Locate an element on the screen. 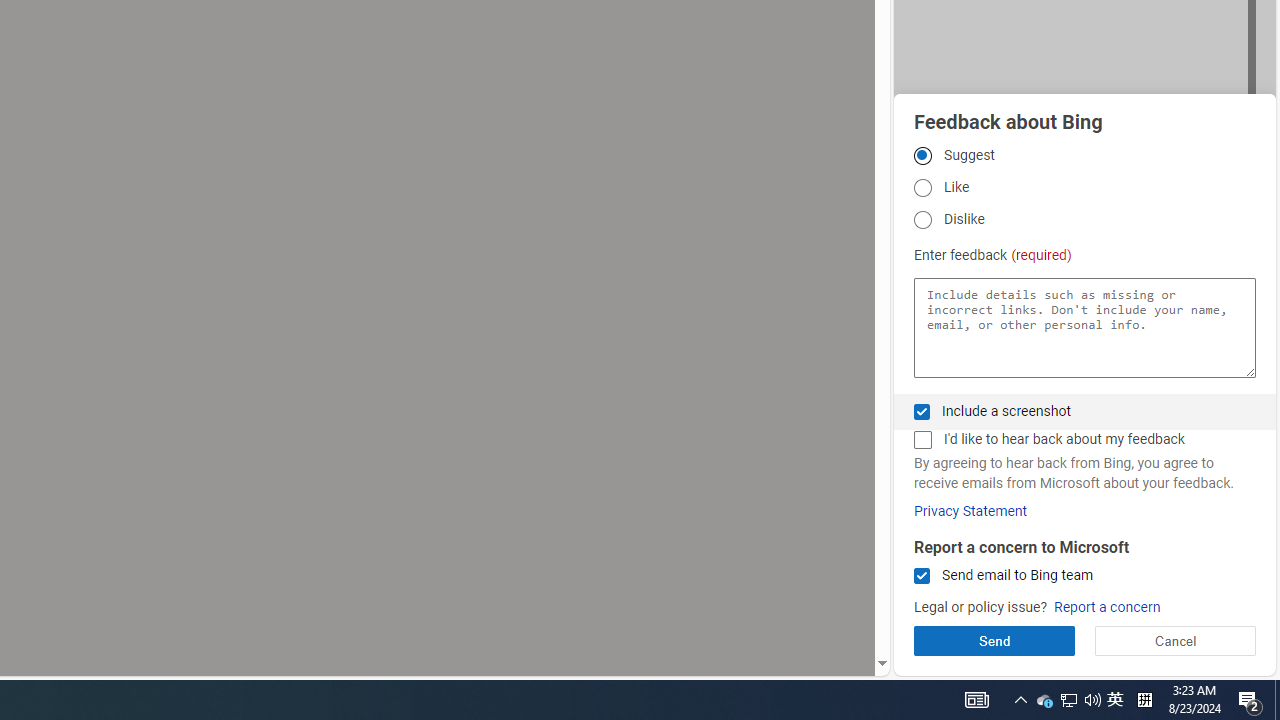 This screenshot has height=720, width=1280. 'Include a screenshot' is located at coordinates (921, 410).